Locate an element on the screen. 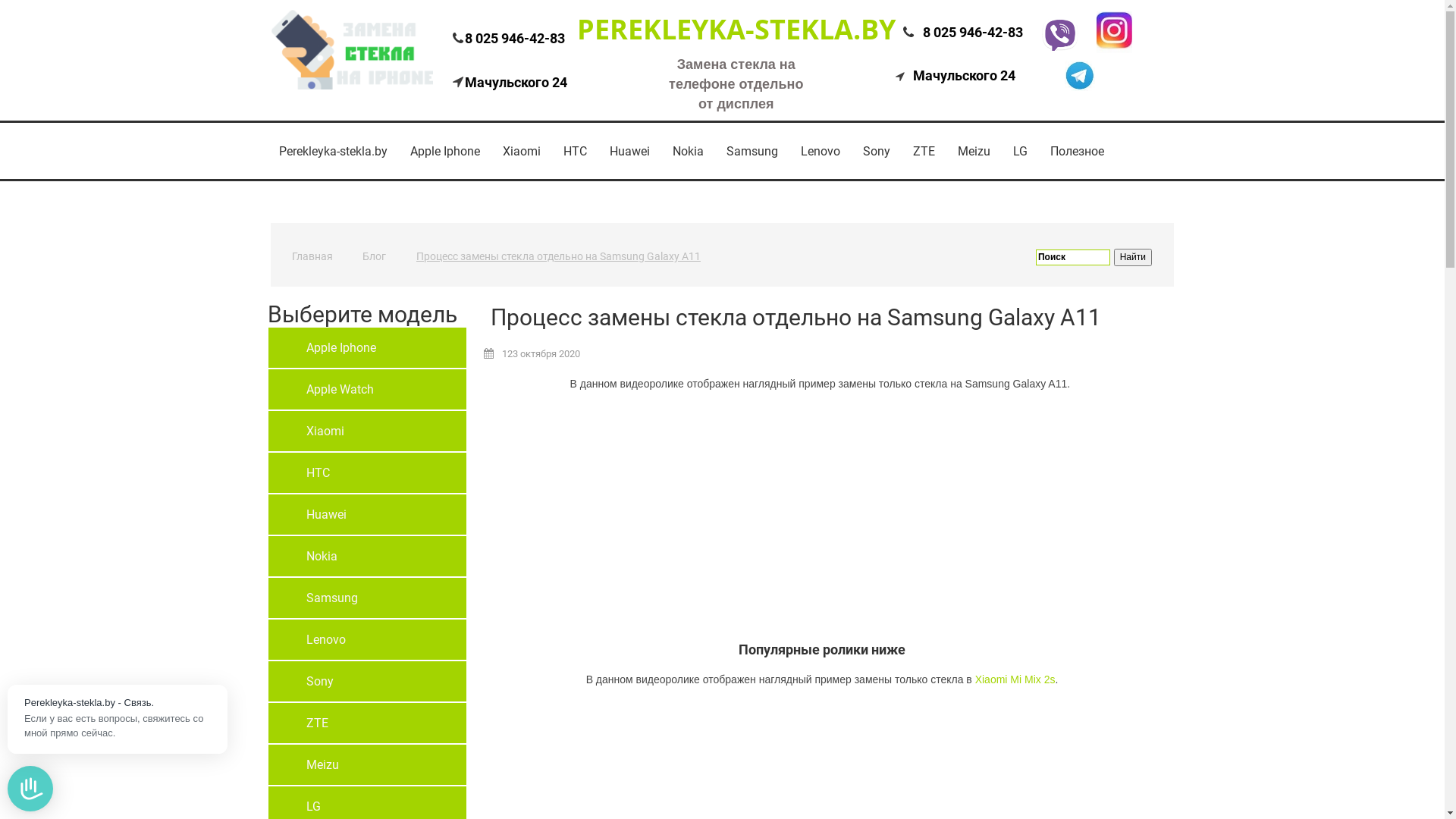 The image size is (1456, 819). 'Nokia' is located at coordinates (687, 152).